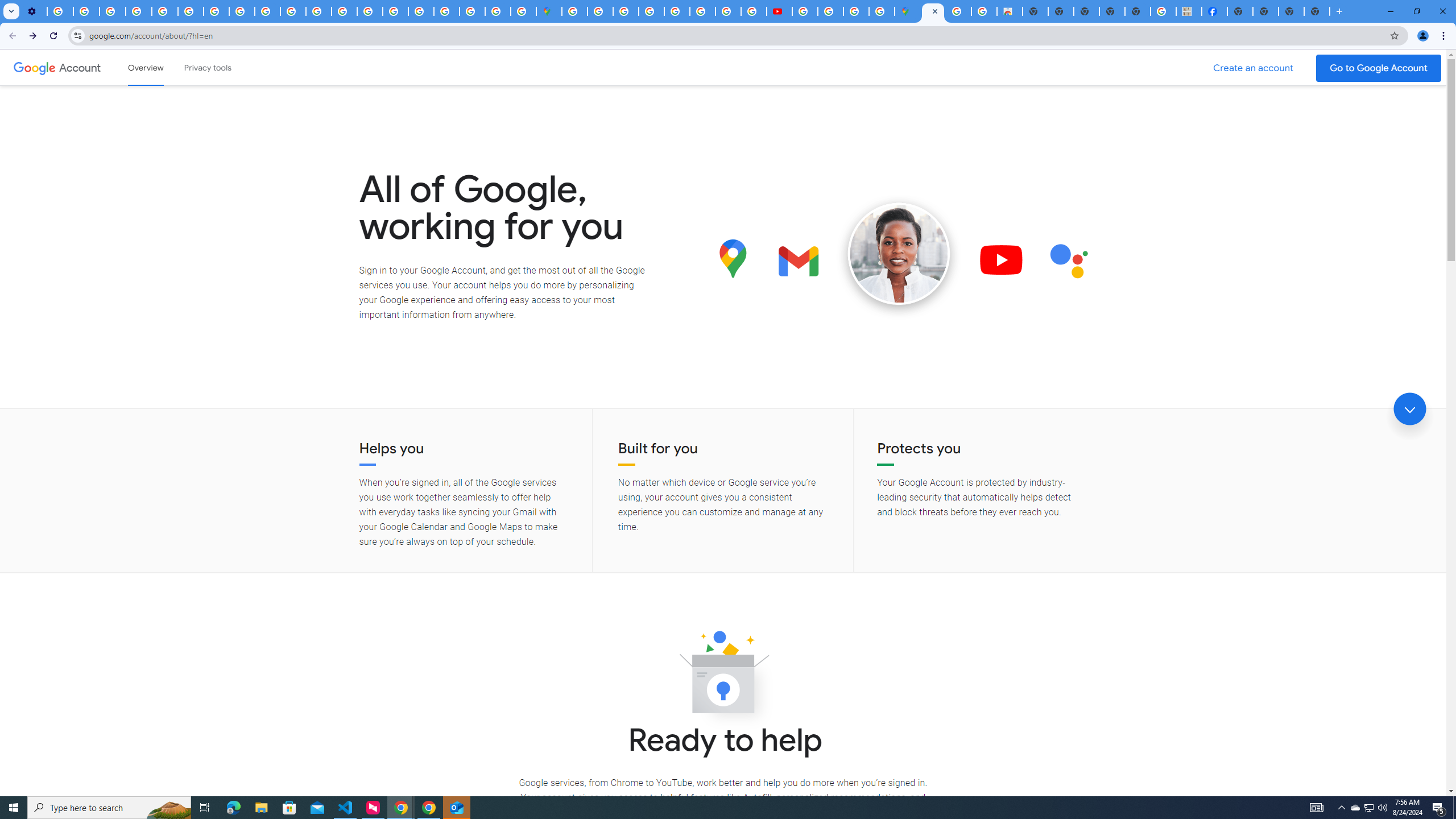 Image resolution: width=1456 pixels, height=819 pixels. Describe the element at coordinates (146, 67) in the screenshot. I see `'Google Account overview'` at that location.